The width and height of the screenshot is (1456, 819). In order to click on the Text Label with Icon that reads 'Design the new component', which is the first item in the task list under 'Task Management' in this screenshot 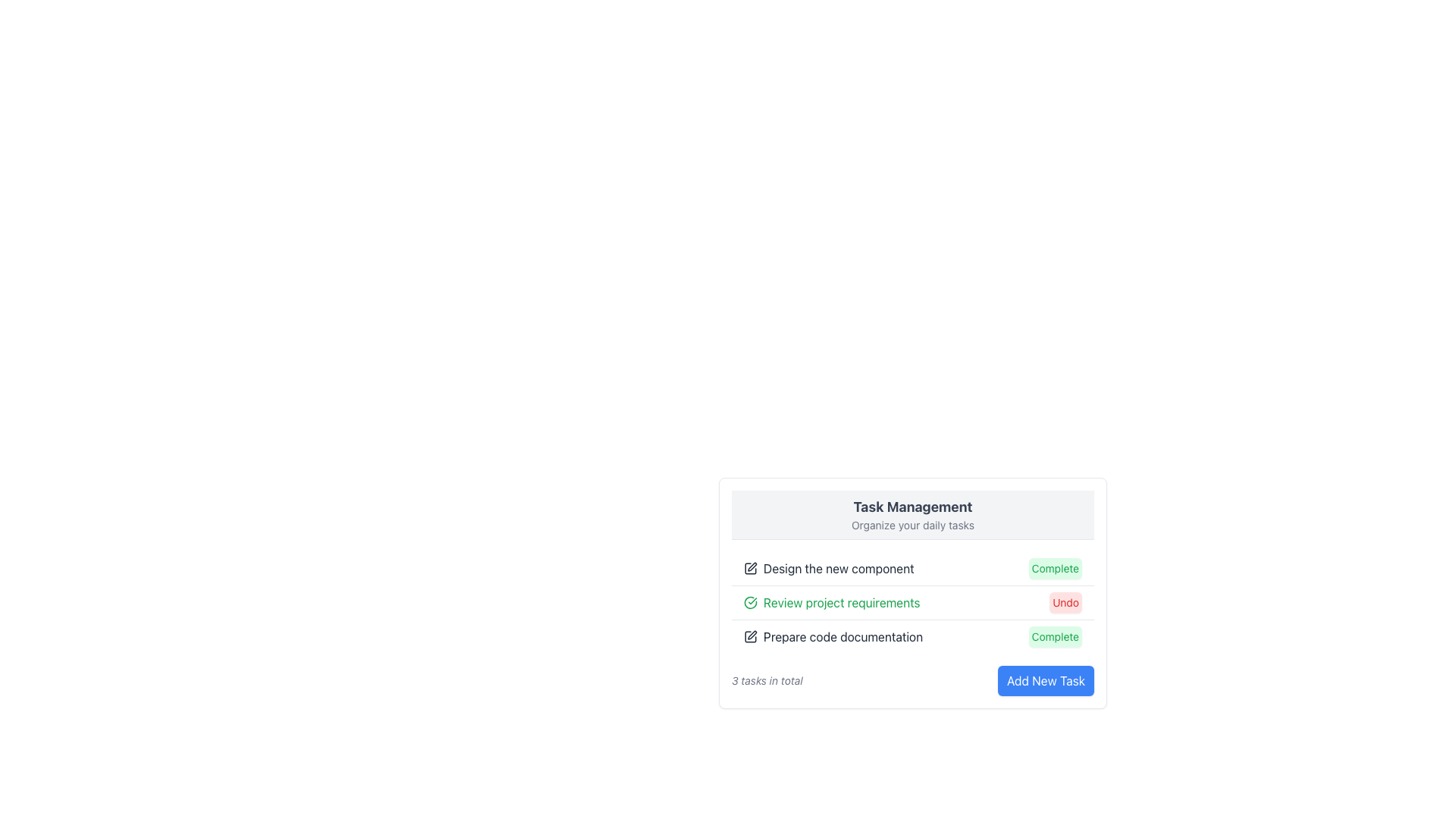, I will do `click(828, 568)`.